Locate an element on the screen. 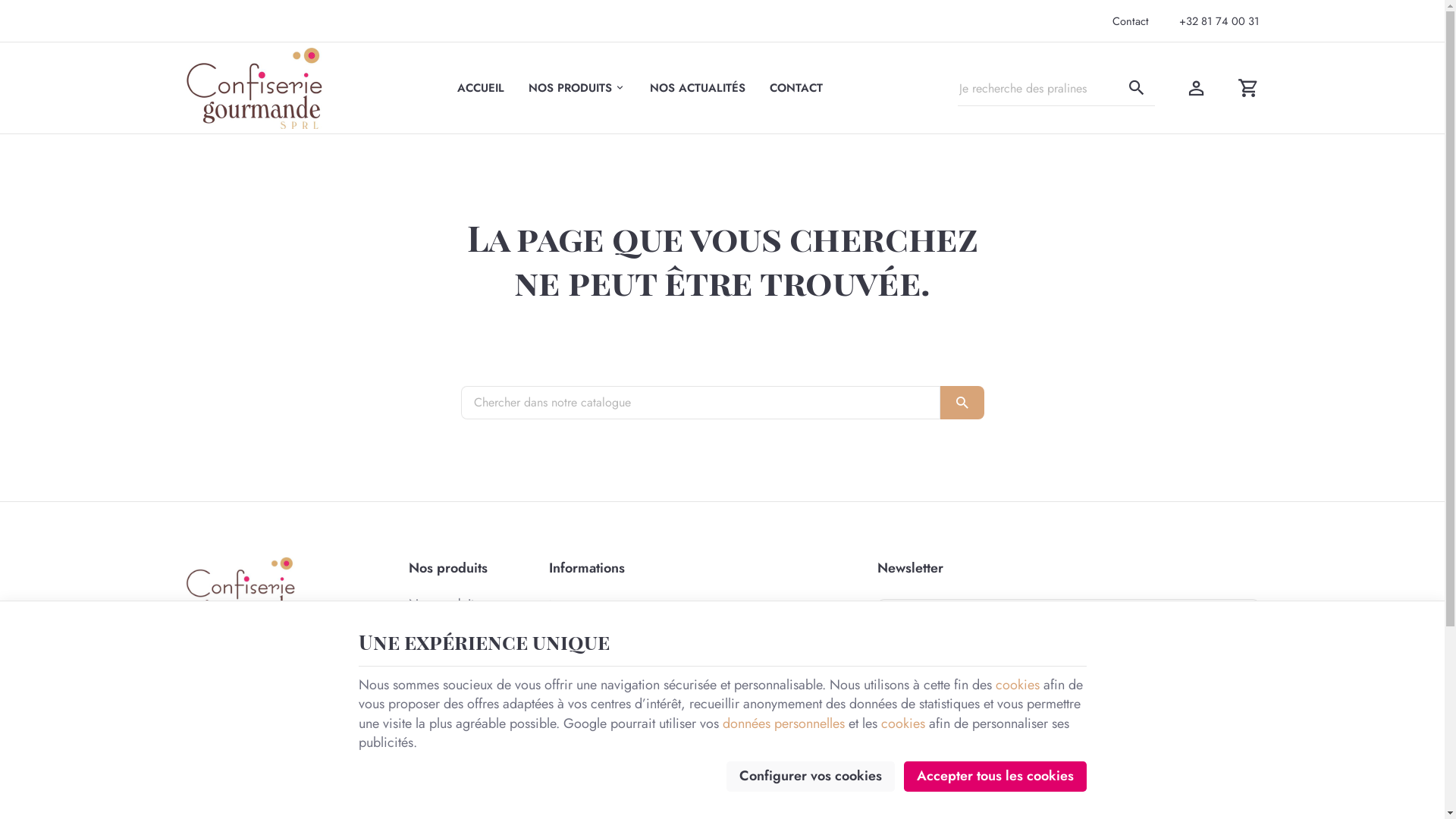 The width and height of the screenshot is (1456, 819). 'OK' is located at coordinates (961, 402).